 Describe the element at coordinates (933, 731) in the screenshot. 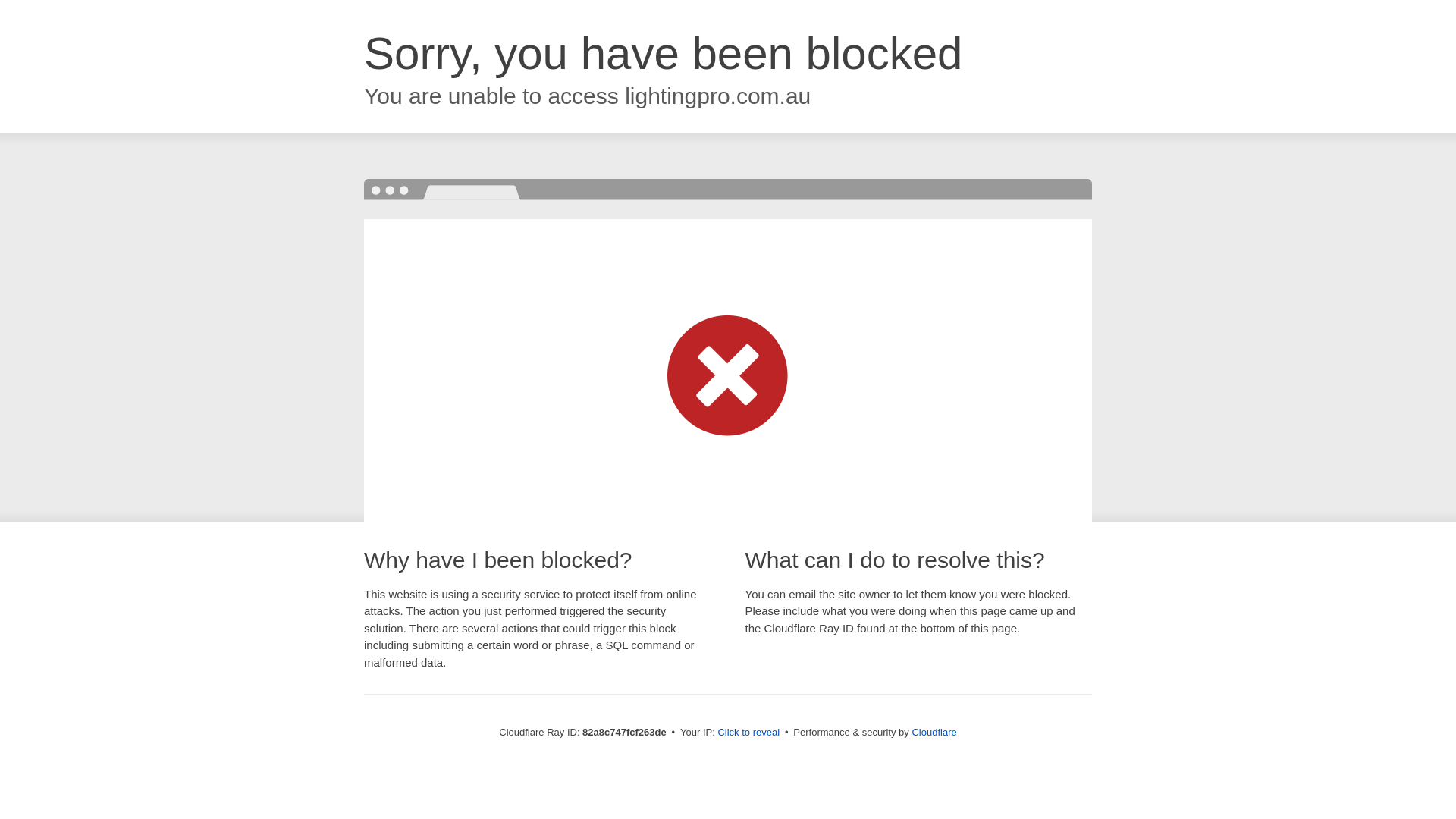

I see `'Cloudflare'` at that location.